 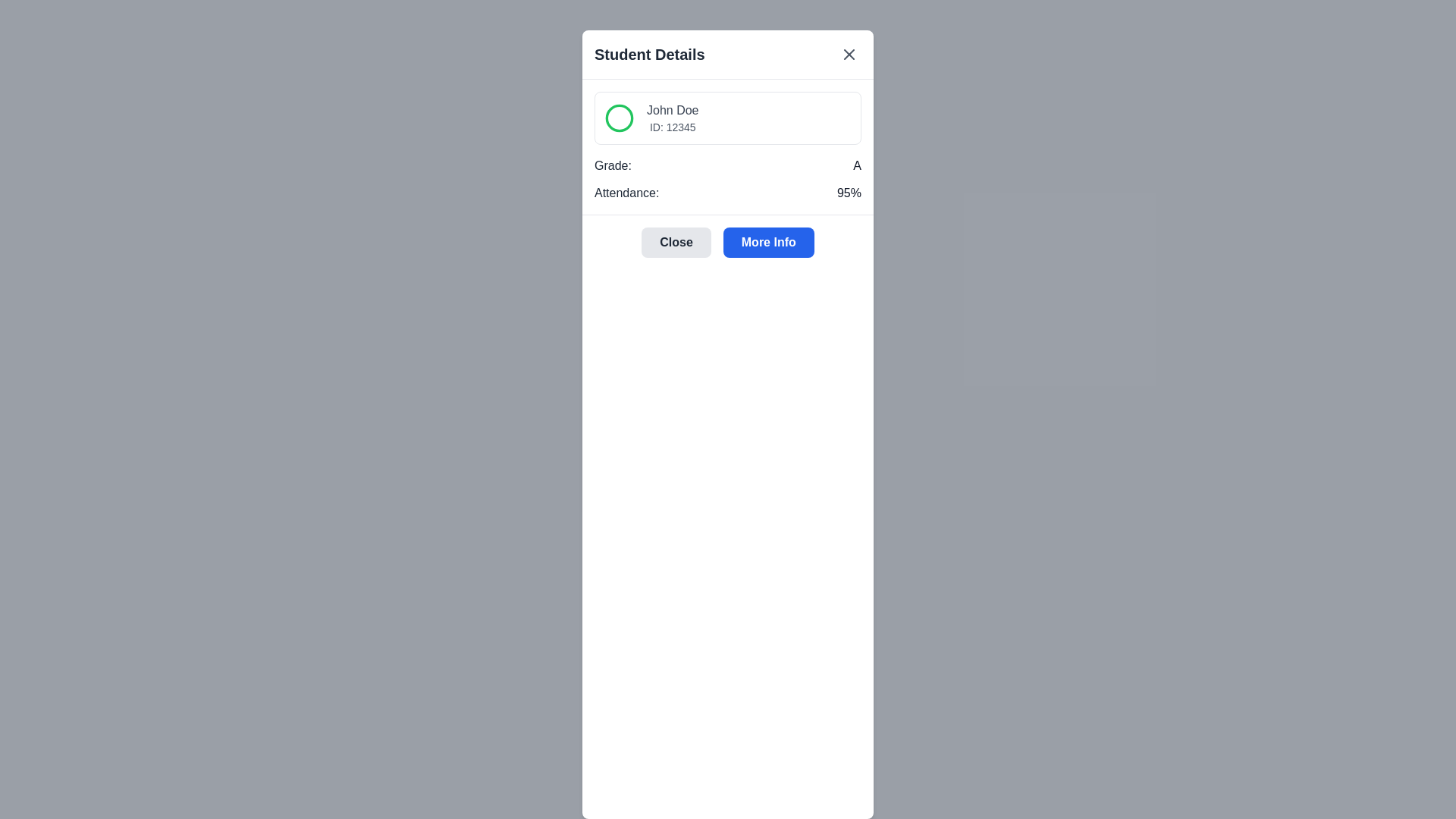 What do you see at coordinates (613, 166) in the screenshot?
I see `the text label displaying 'Grade:' in bold black font, located in the 'Student Details' section, positioned to the left of the grade value 'A'` at bounding box center [613, 166].